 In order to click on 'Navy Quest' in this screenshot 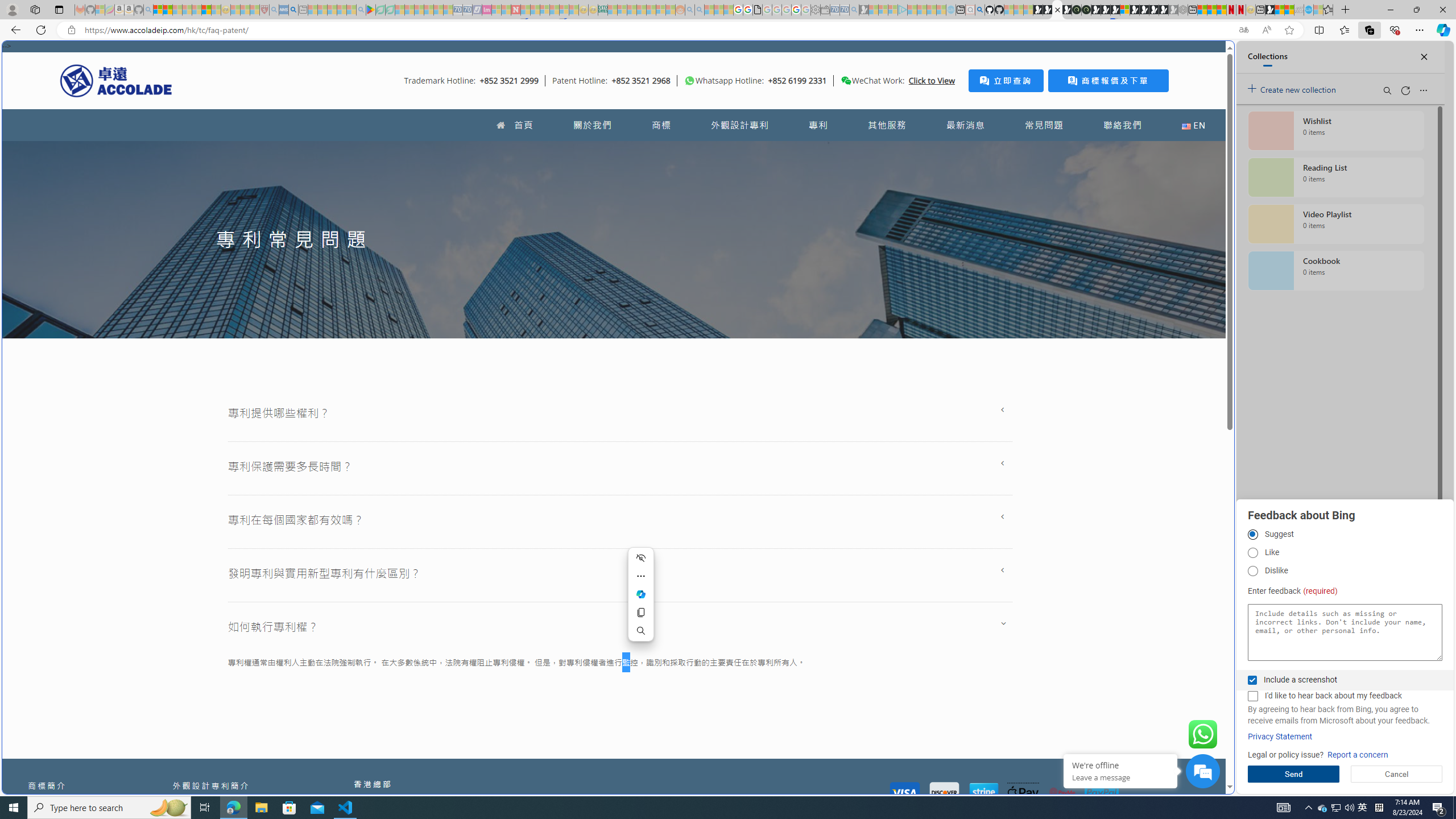, I will do `click(1298, 9)`.